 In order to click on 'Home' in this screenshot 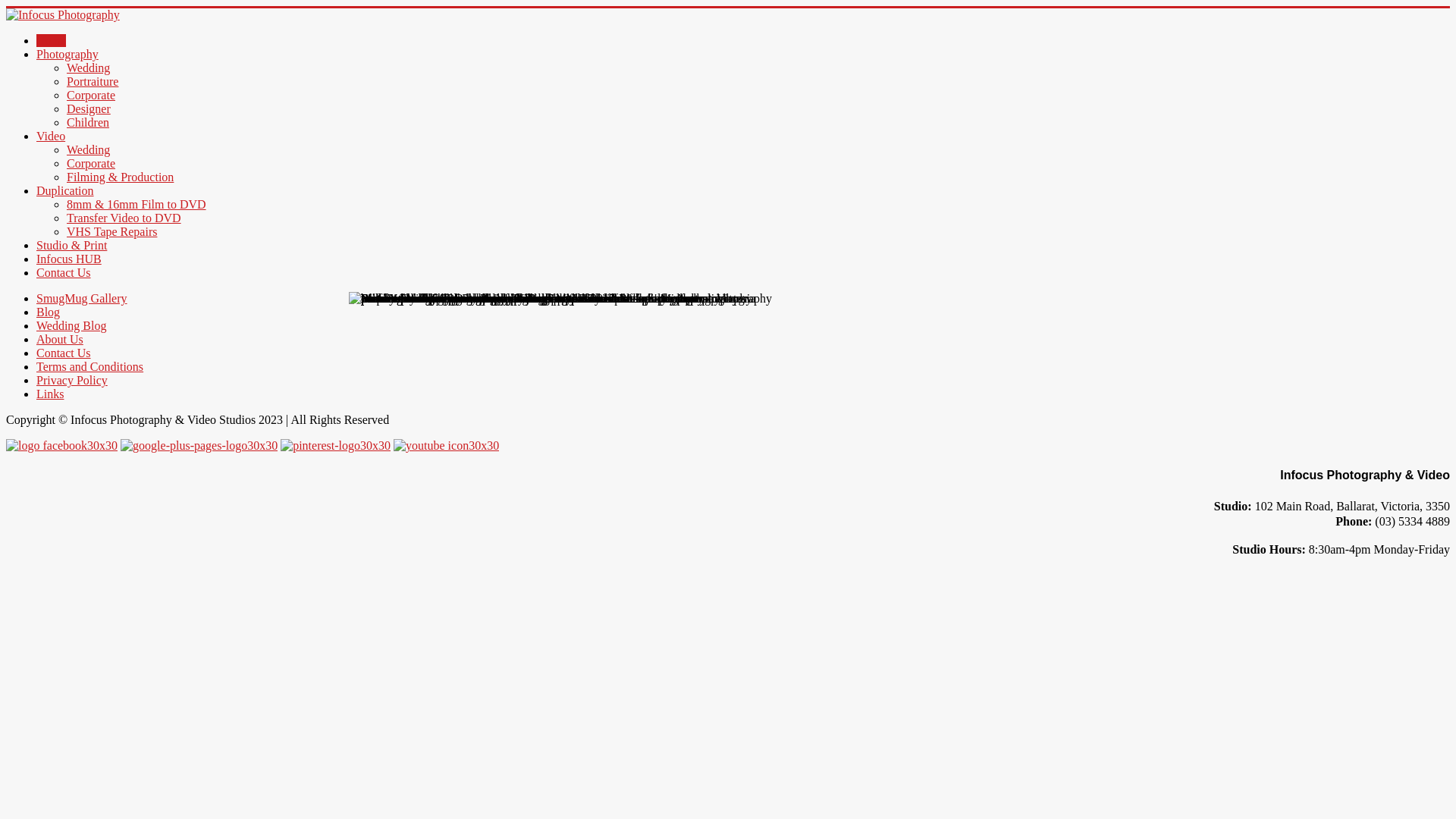, I will do `click(36, 39)`.